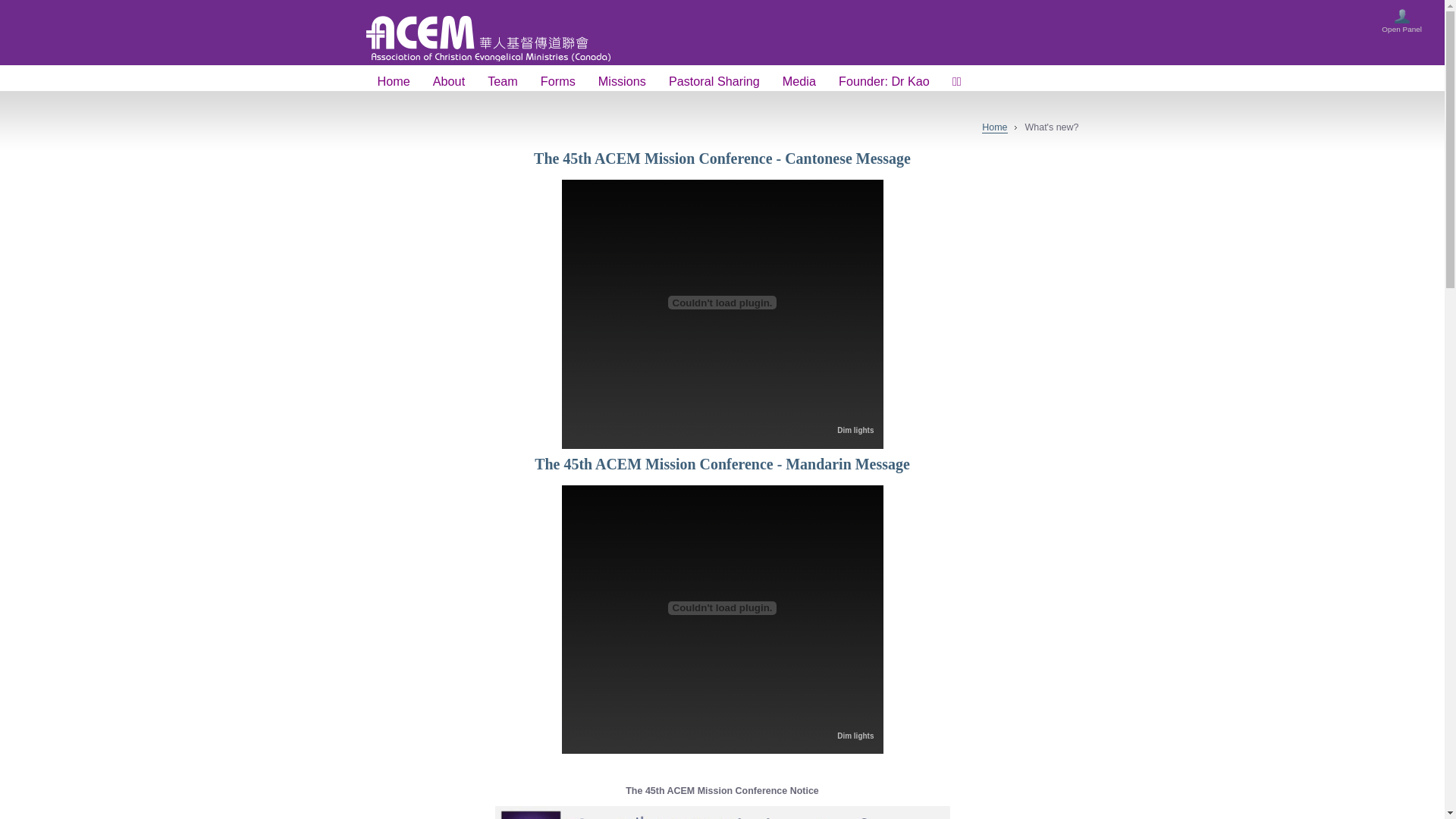 This screenshot has height=819, width=1456. I want to click on 'Missions', so click(585, 82).